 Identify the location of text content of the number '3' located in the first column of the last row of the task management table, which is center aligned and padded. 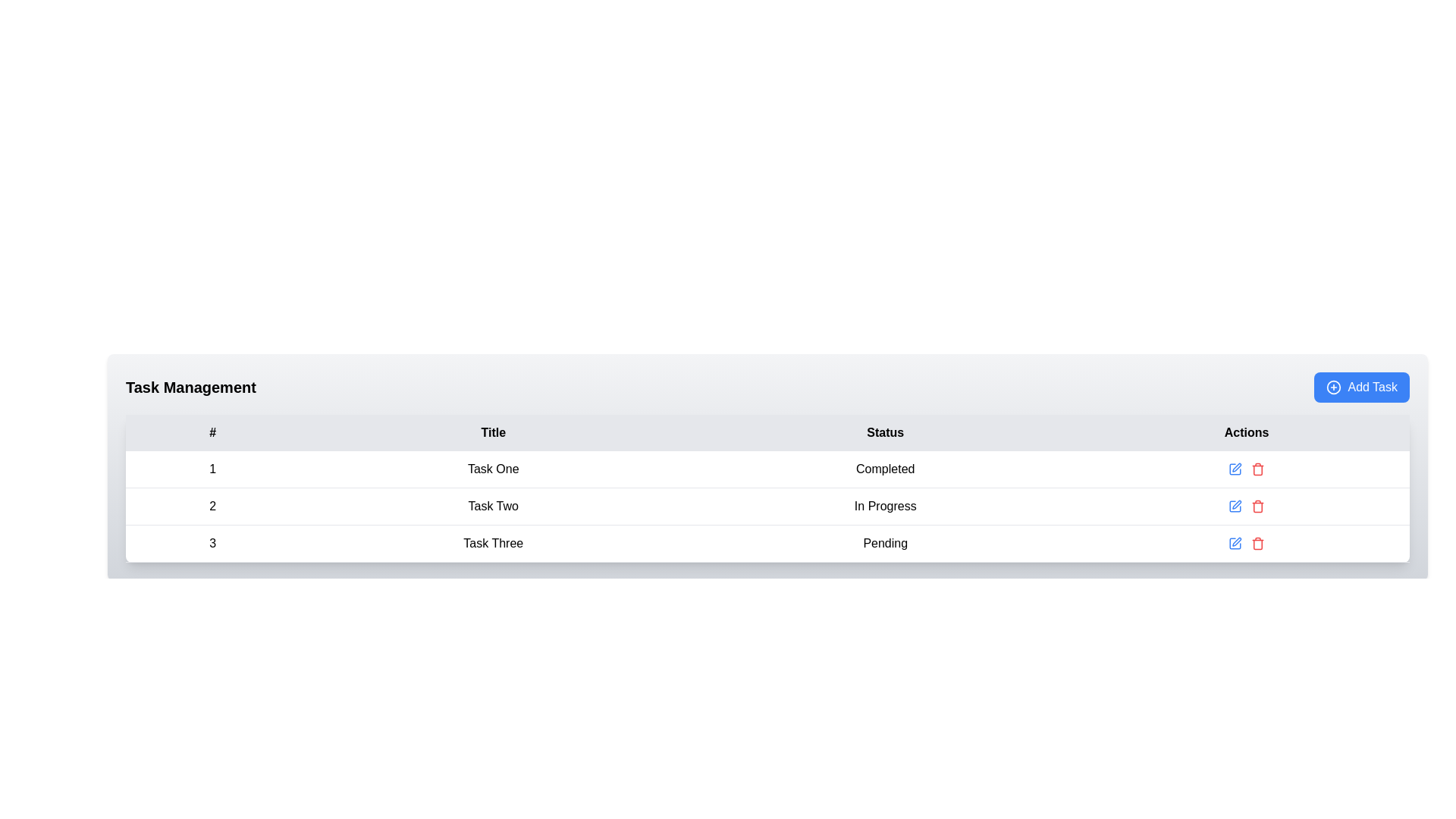
(212, 543).